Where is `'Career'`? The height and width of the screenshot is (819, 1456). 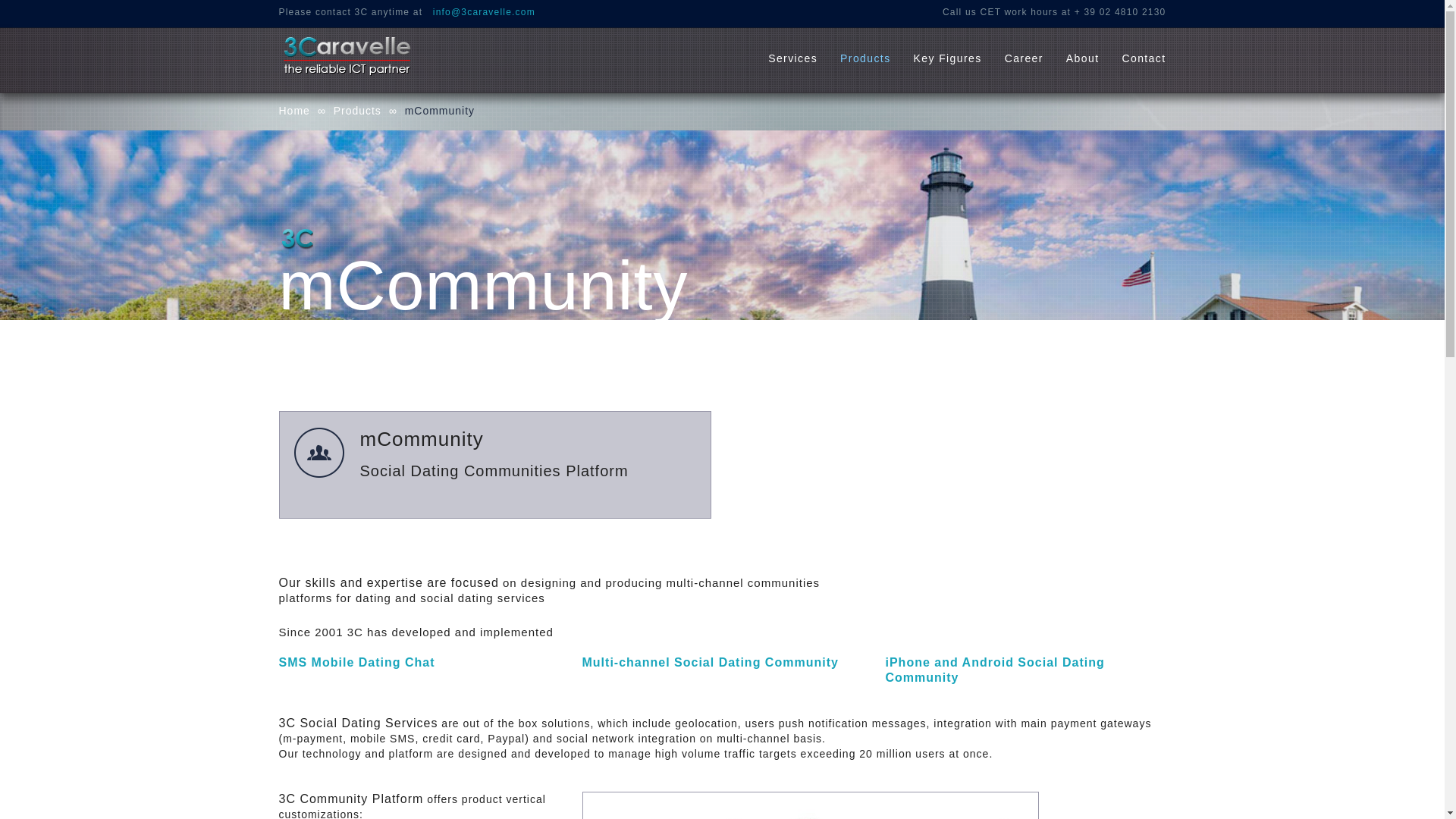
'Career' is located at coordinates (1024, 57).